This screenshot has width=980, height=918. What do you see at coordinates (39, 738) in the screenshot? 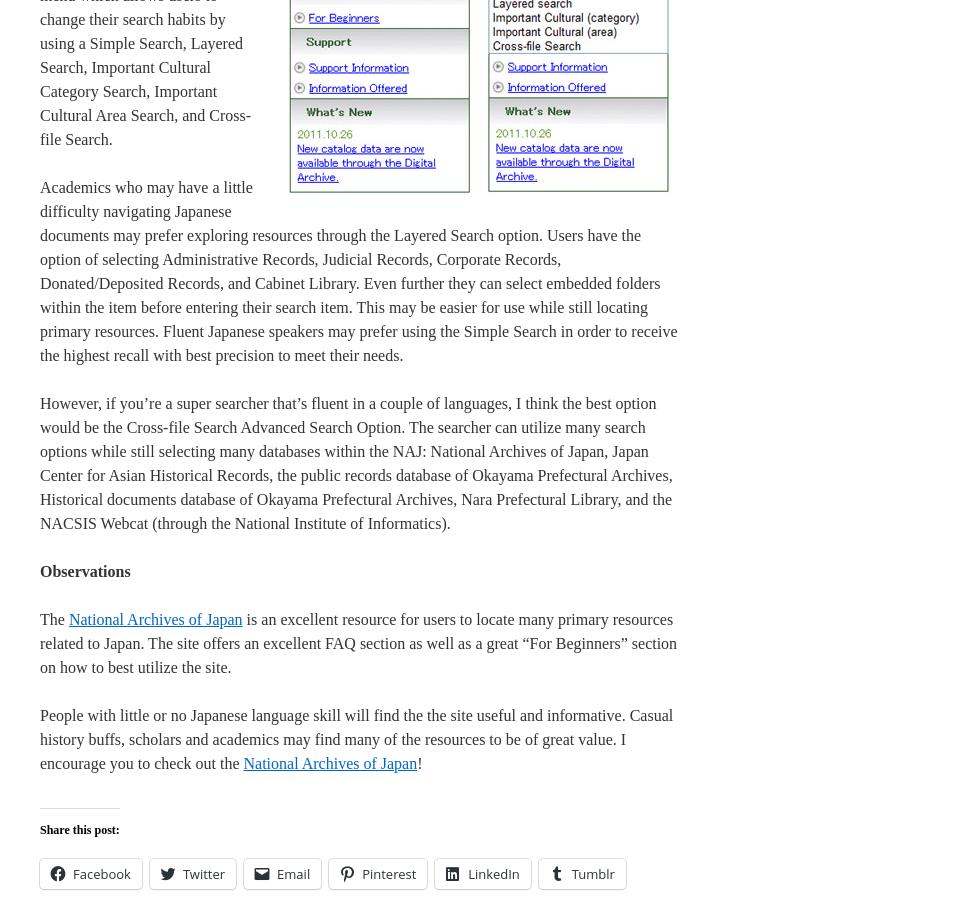
I see `'People with little or no Japanese language skill will find the the site useful and informative. Casual history buffs, scholars and academics may find many of the resources to be of great value. I encourage you to check out the'` at bounding box center [39, 738].